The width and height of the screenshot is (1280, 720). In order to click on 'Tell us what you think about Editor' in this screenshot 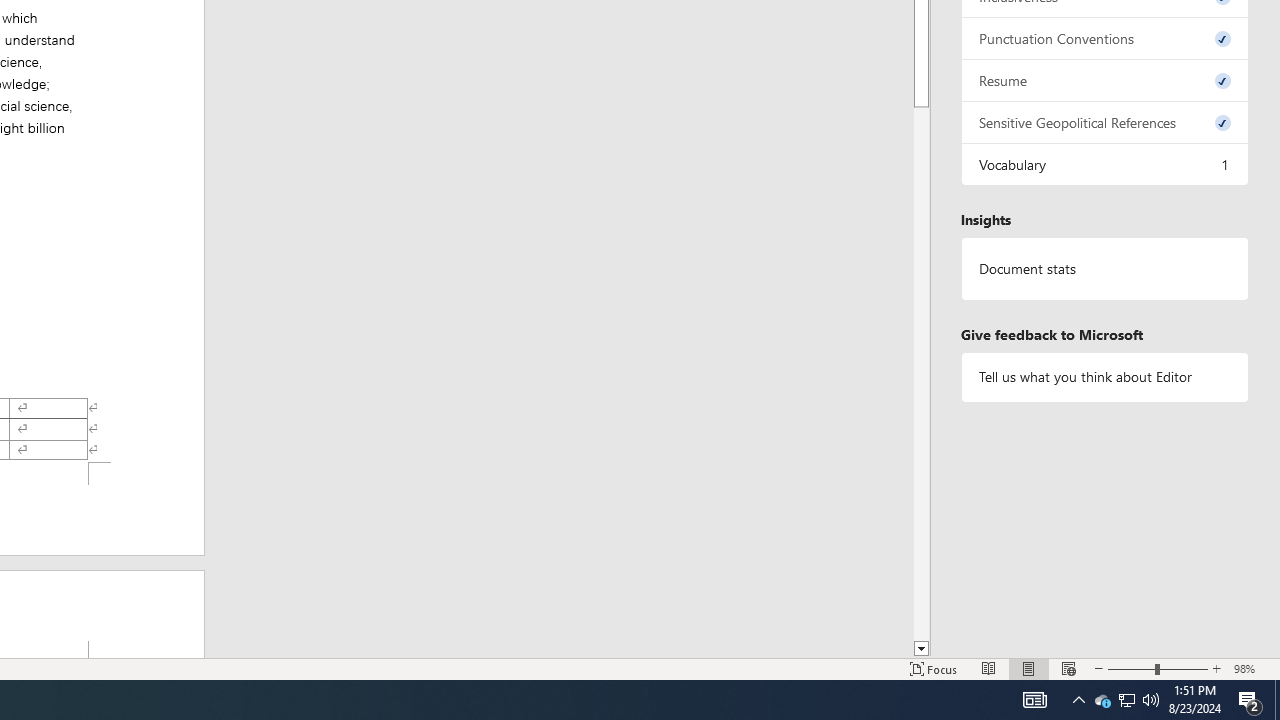, I will do `click(1104, 377)`.